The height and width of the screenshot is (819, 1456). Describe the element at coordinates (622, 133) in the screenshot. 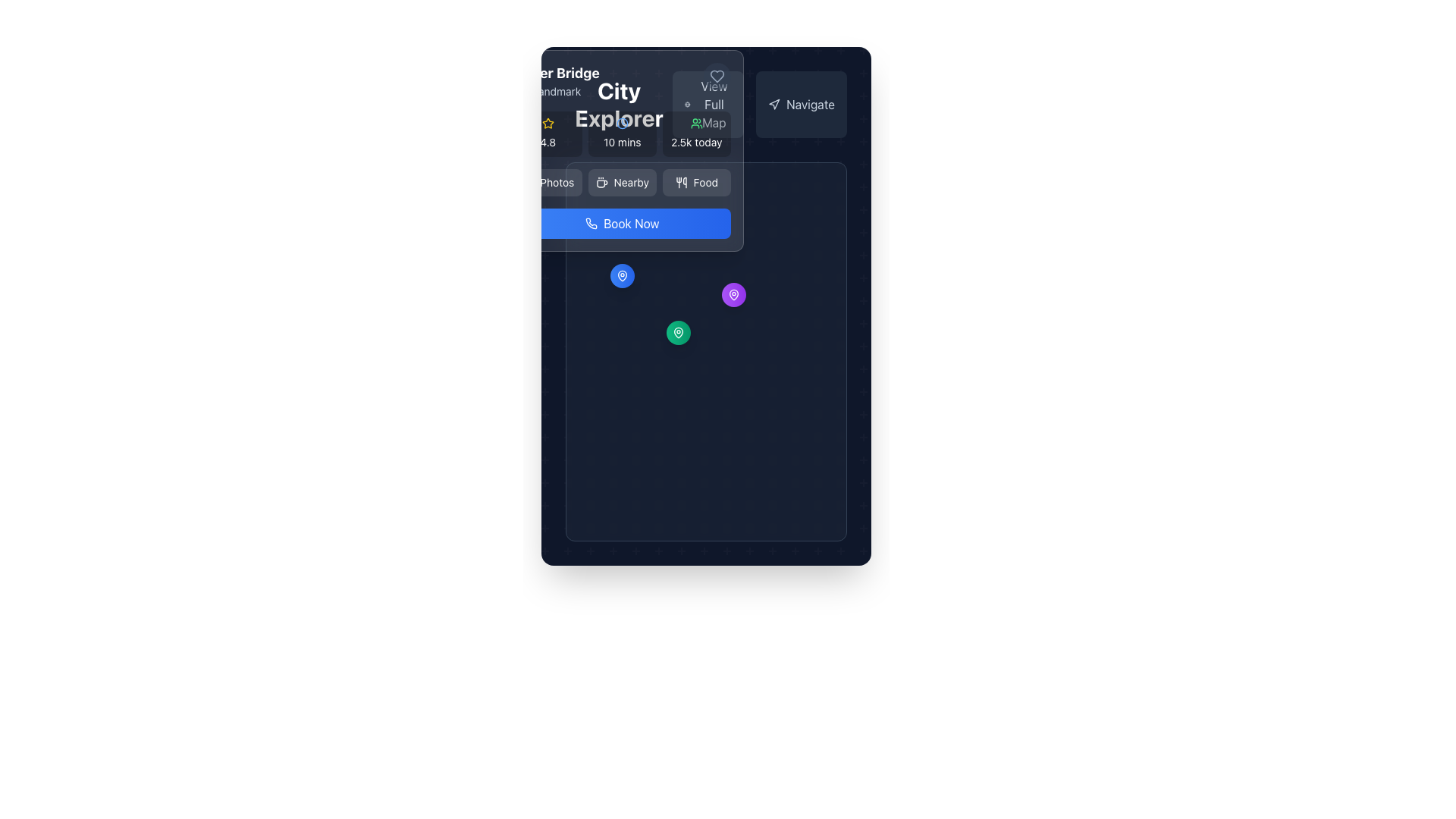

I see `the Information display widget, which features a blue clock icon and displays '10 mins' with a dark semi-transparent background and rounded corners` at that location.